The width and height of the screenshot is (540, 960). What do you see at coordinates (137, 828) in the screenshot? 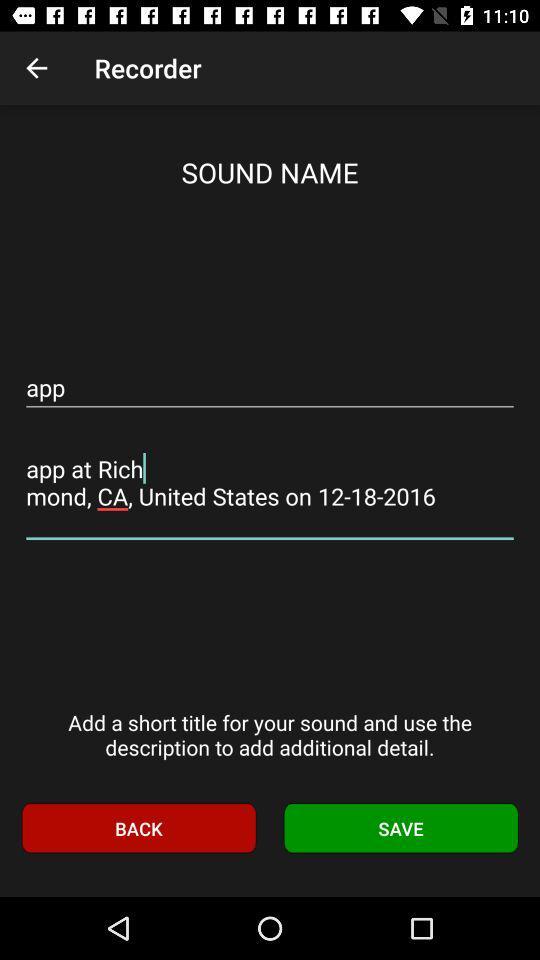
I see `icon at the bottom left corner` at bounding box center [137, 828].